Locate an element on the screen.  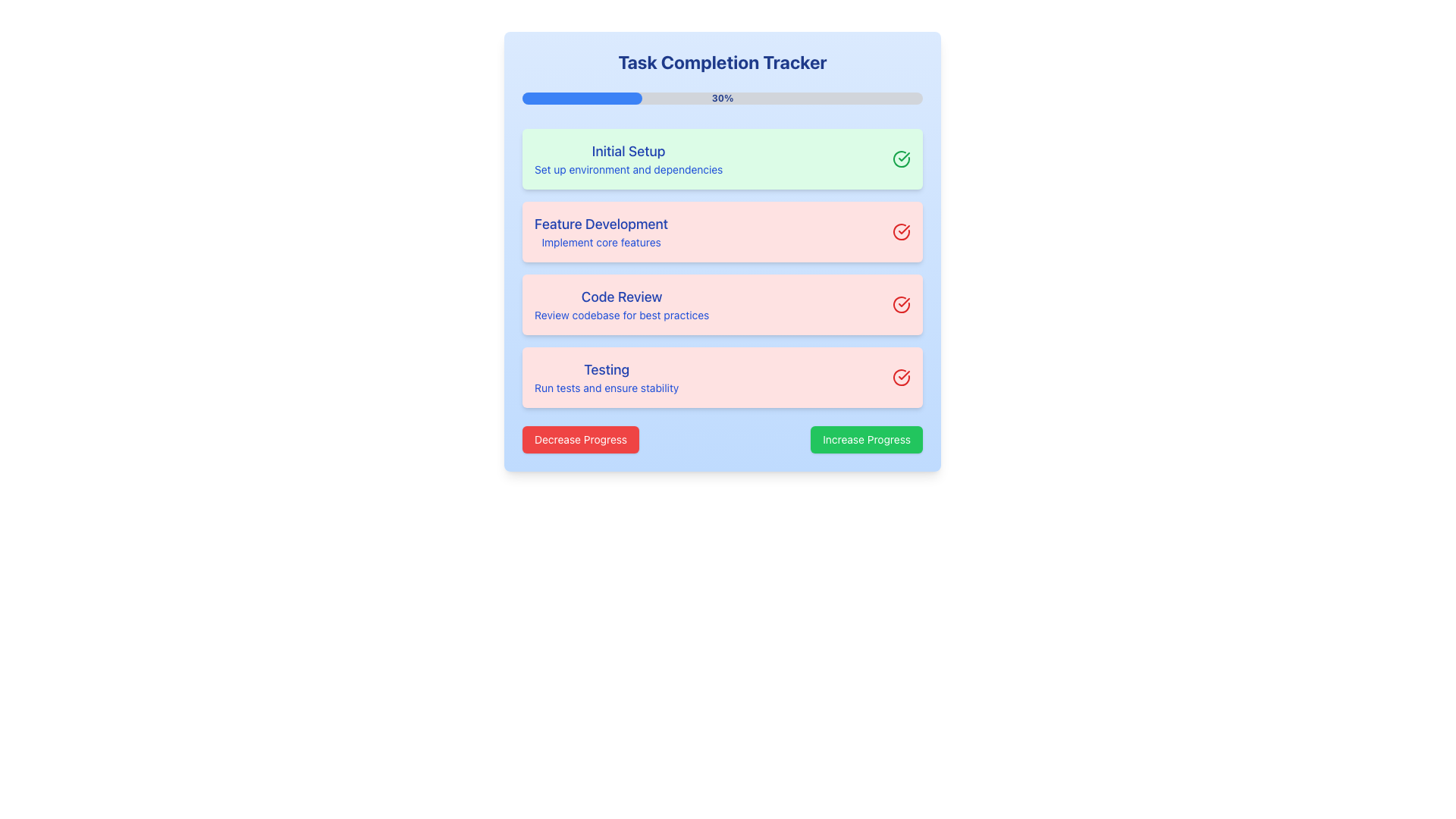
text displayed on the label that indicates the task labeled 'Testing' with additional information 'Run tests and ensure stability'. This label is the last item in a vertical list located at the bottom of the task management interface is located at coordinates (607, 376).